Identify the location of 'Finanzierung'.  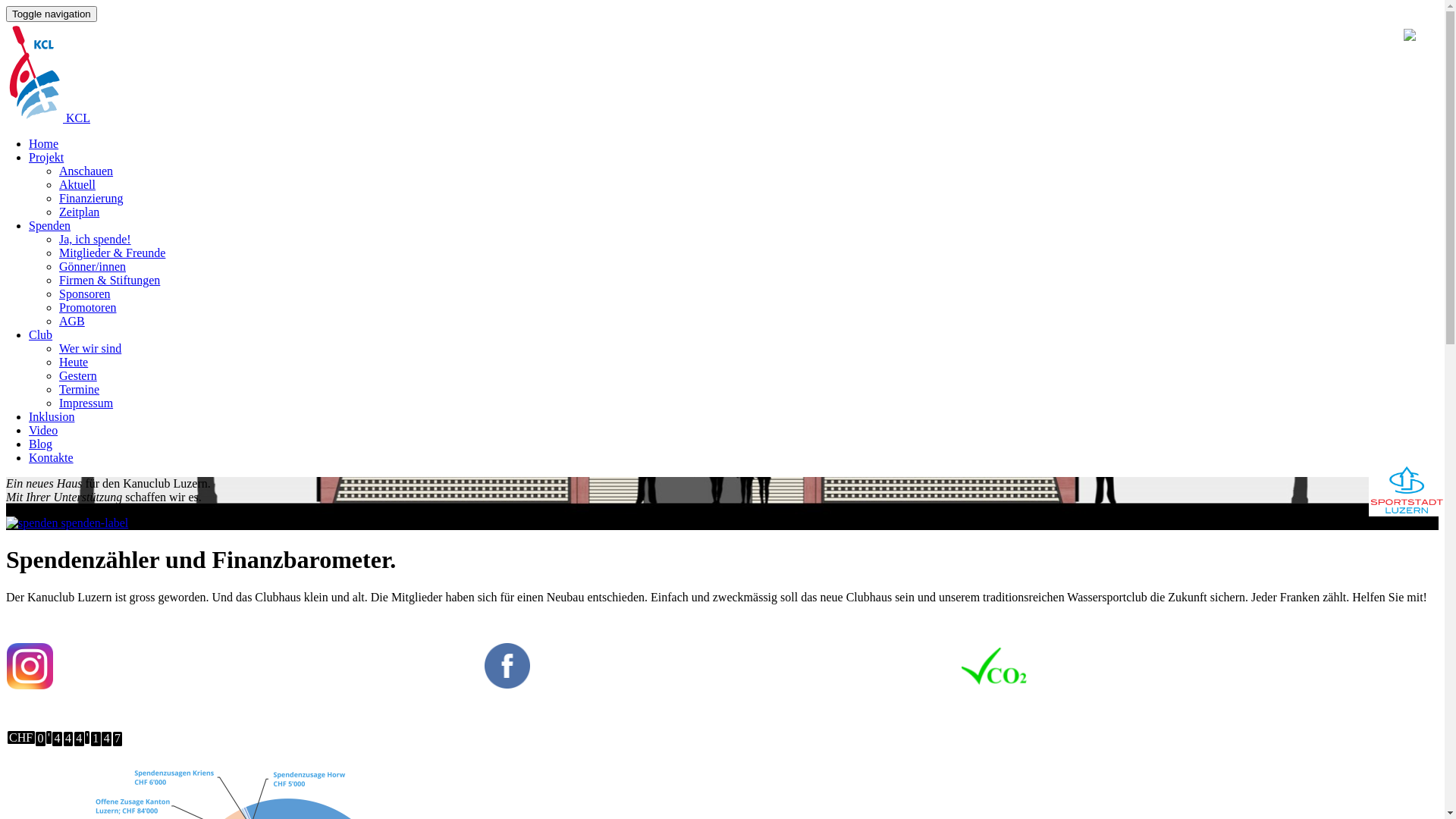
(90, 197).